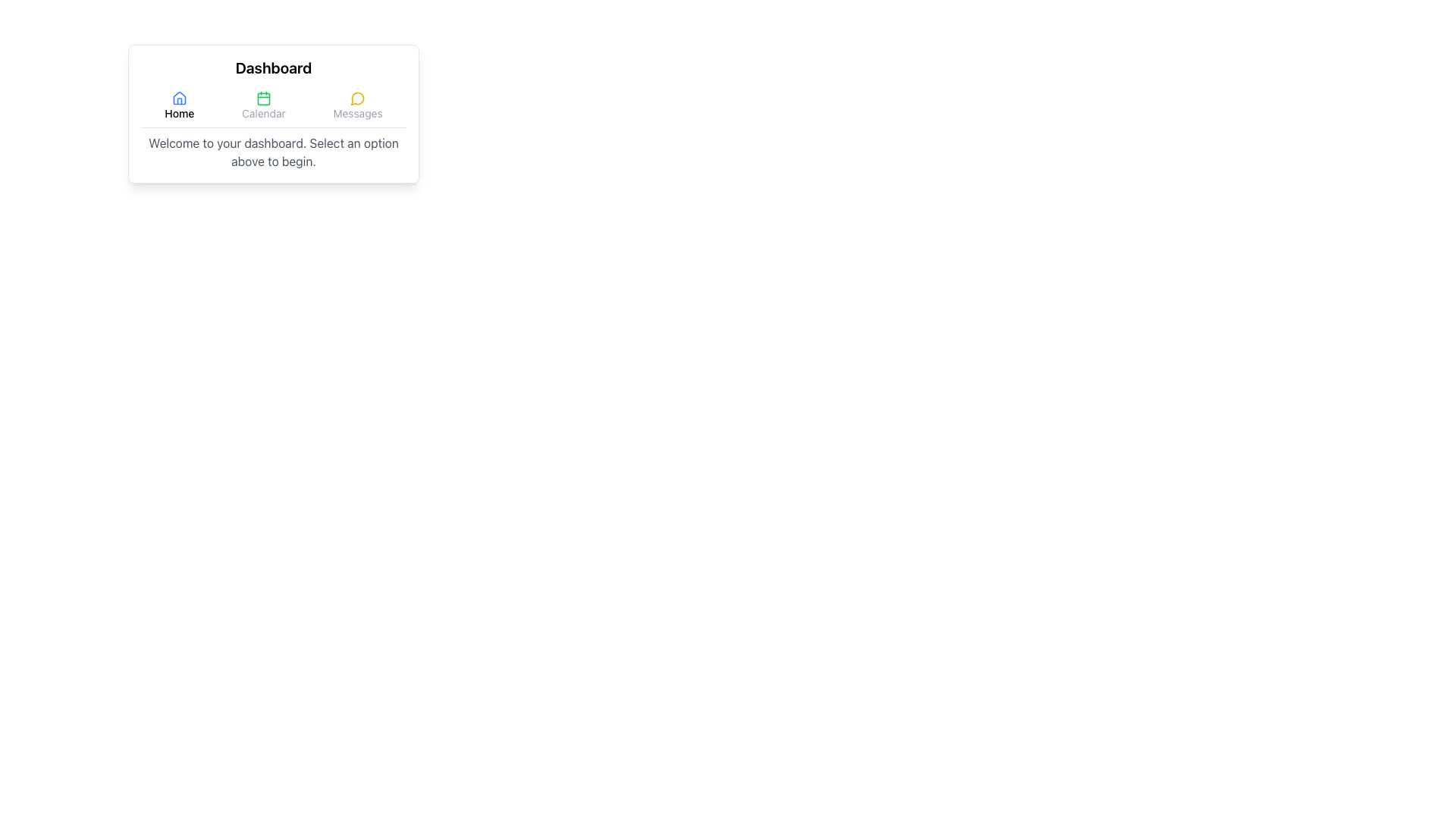 The image size is (1456, 819). What do you see at coordinates (179, 98) in the screenshot?
I see `the blue outlined triangular roof structure of the house icon located in the 'Home' section of the dashboard interface` at bounding box center [179, 98].